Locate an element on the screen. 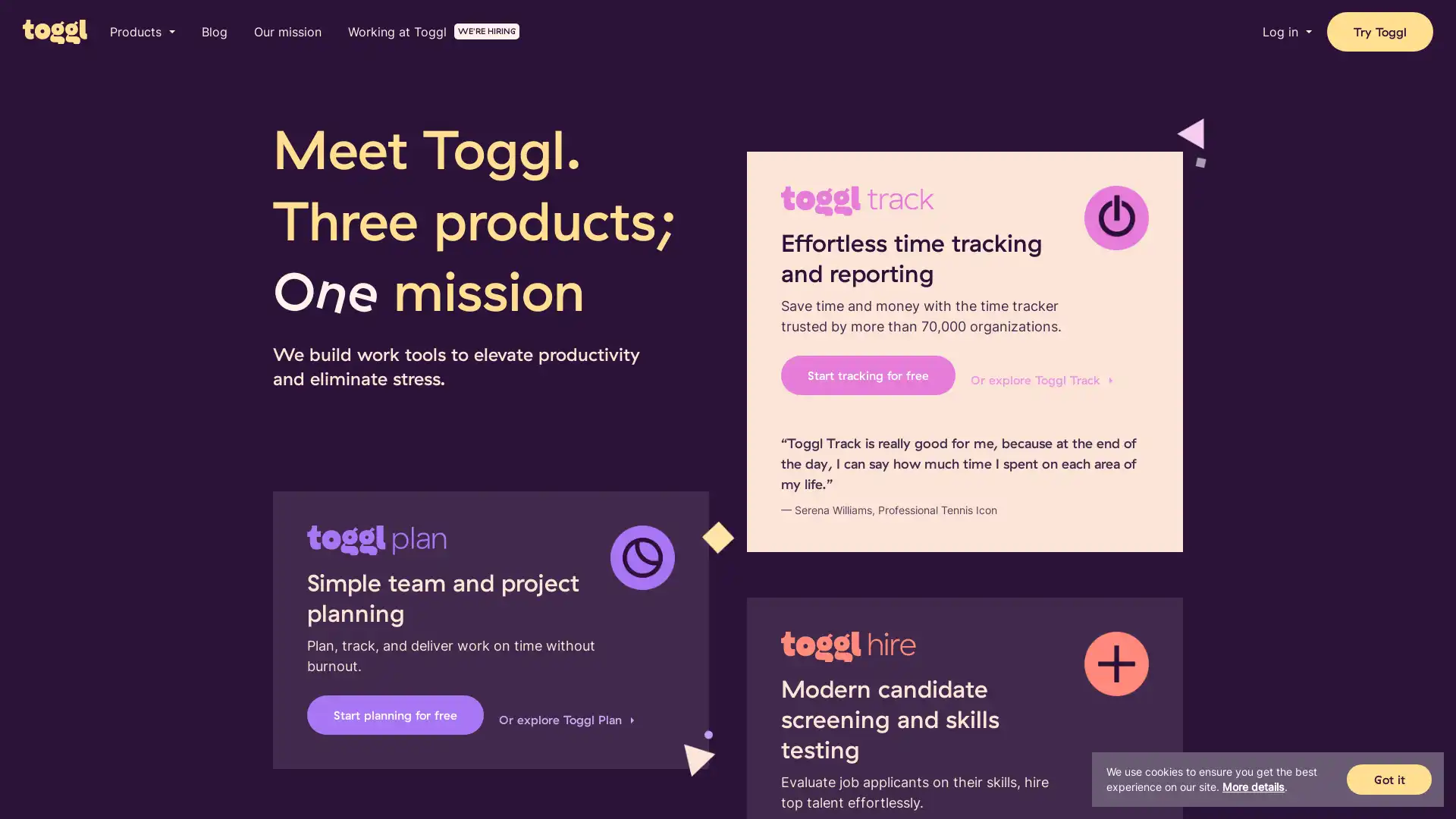 This screenshot has width=1456, height=819. Got it is located at coordinates (1389, 780).